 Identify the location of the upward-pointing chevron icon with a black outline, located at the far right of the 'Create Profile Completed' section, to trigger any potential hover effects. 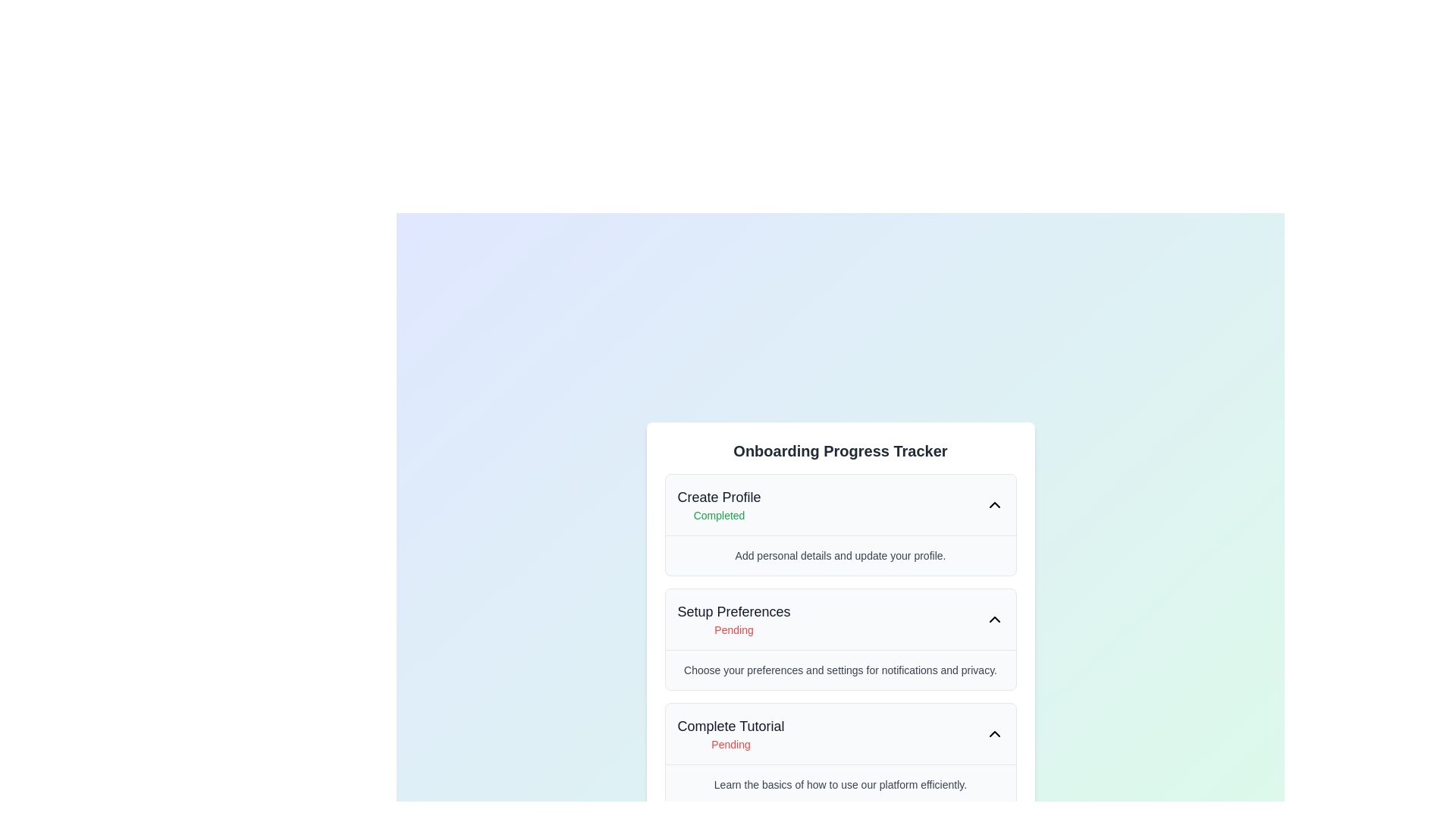
(994, 504).